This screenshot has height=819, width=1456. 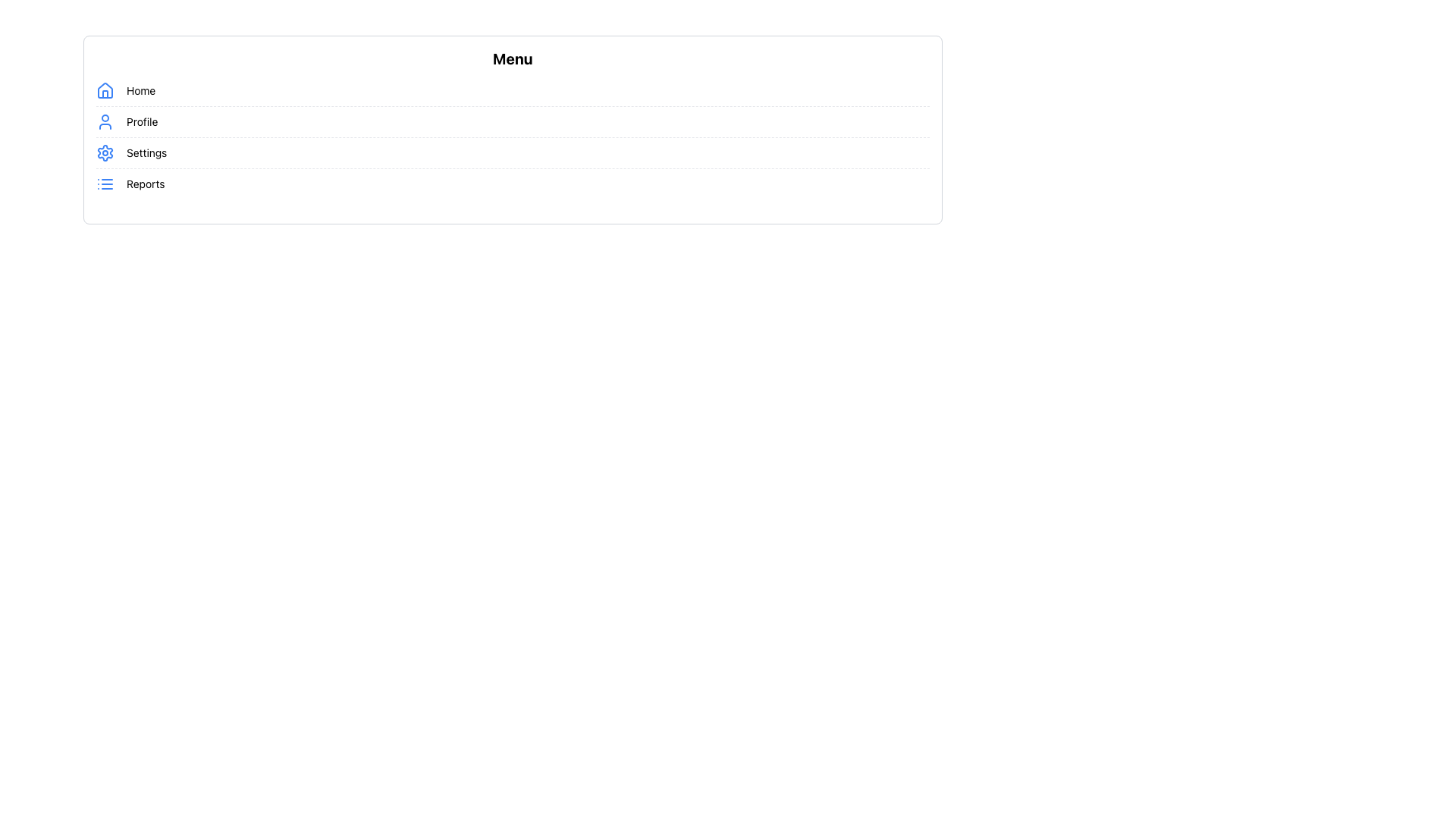 What do you see at coordinates (513, 152) in the screenshot?
I see `the 'Settings' menu item, which is the third item in the vertical list of menu options and is located inside the 'Menu' section` at bounding box center [513, 152].